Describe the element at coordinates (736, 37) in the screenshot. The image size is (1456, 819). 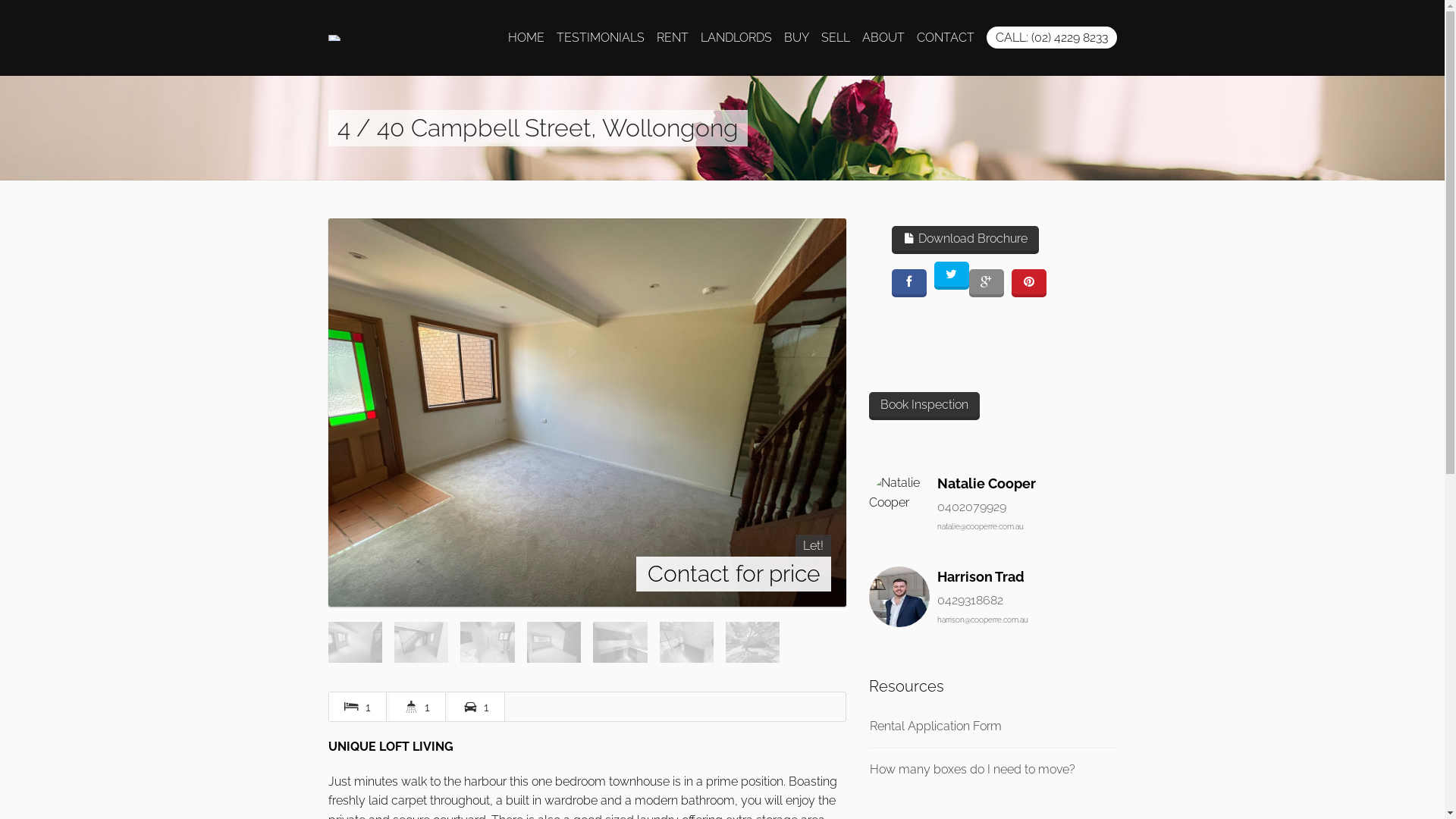
I see `'LANDLORDS'` at that location.